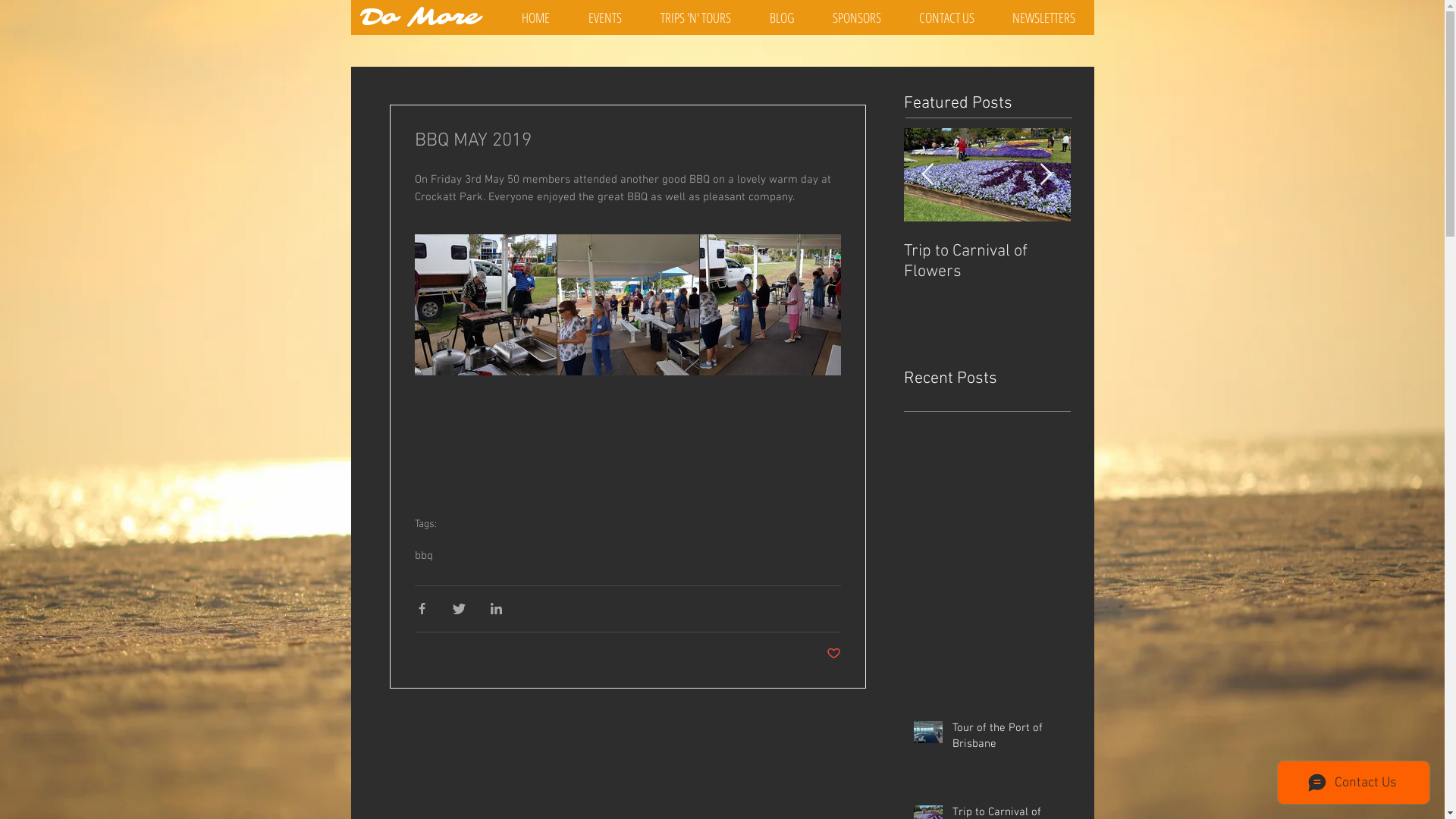 This screenshot has height=819, width=1456. I want to click on 'TRIPS 'N' TOURS', so click(695, 17).